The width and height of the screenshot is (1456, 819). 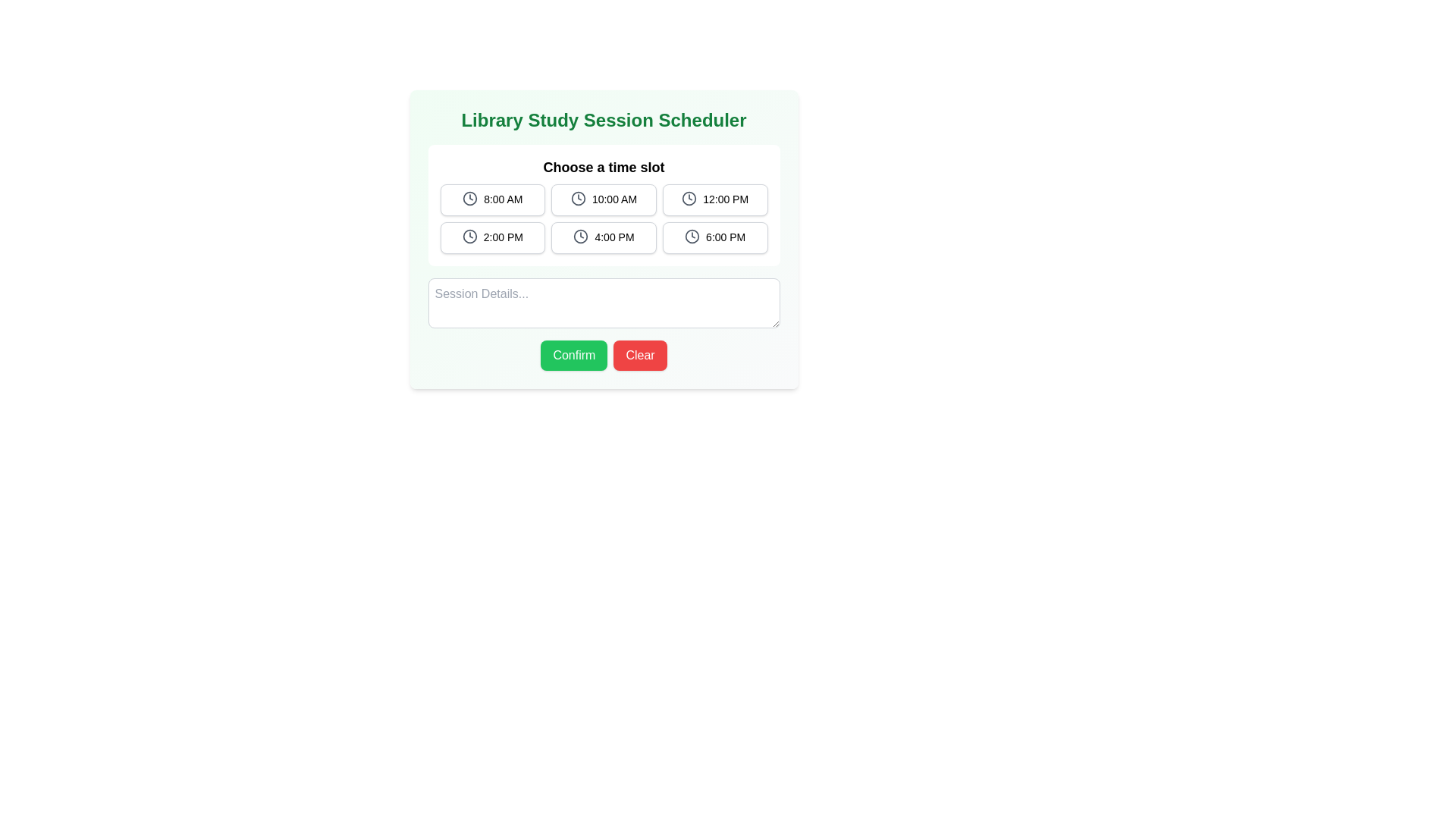 I want to click on the clock icon associated with the '2:00 PM' time slot by clicking on it, so click(x=469, y=237).